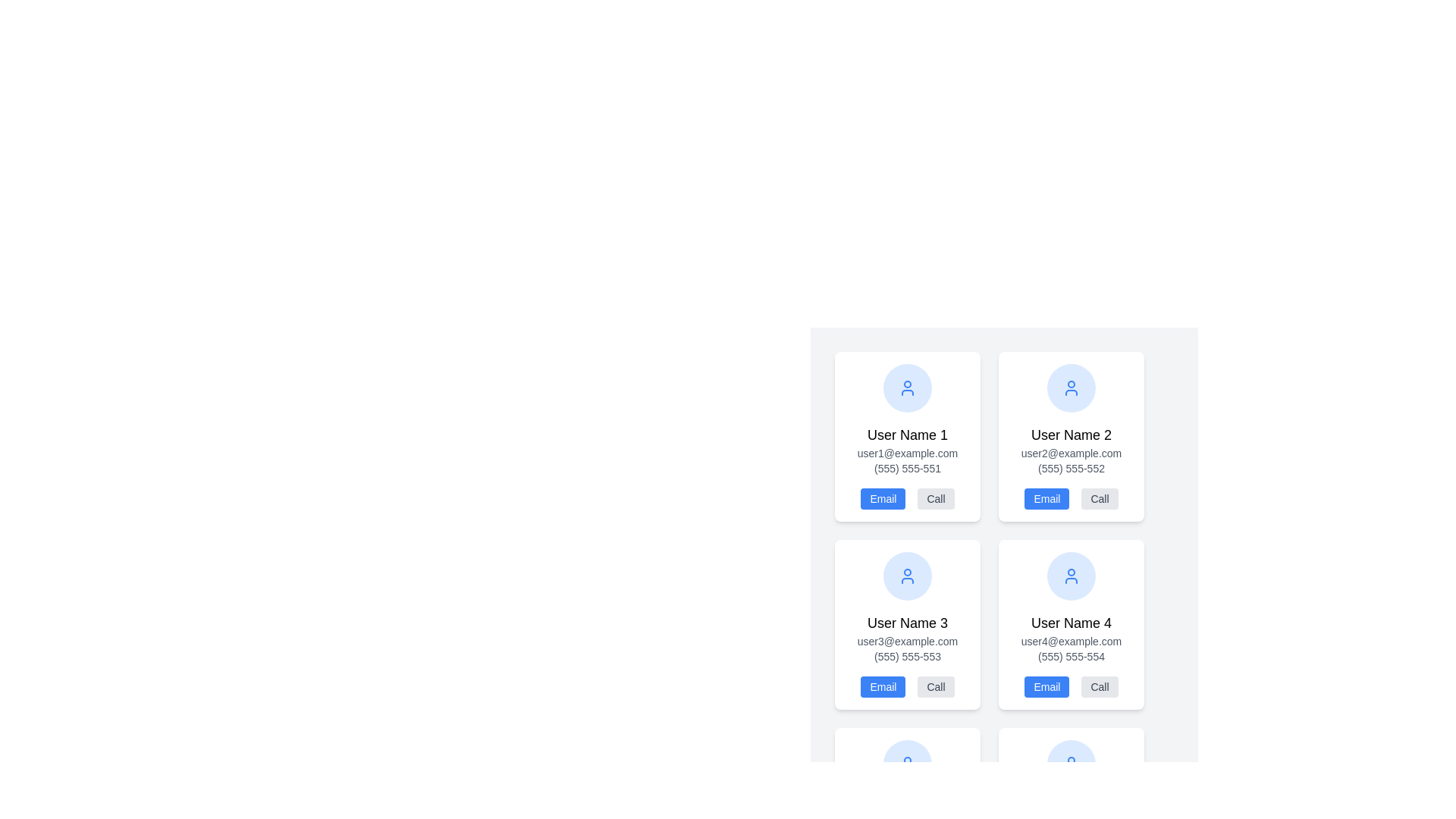  What do you see at coordinates (907, 576) in the screenshot?
I see `circular blue user profile icon located at the top of the user details card for 'User Name 3'` at bounding box center [907, 576].